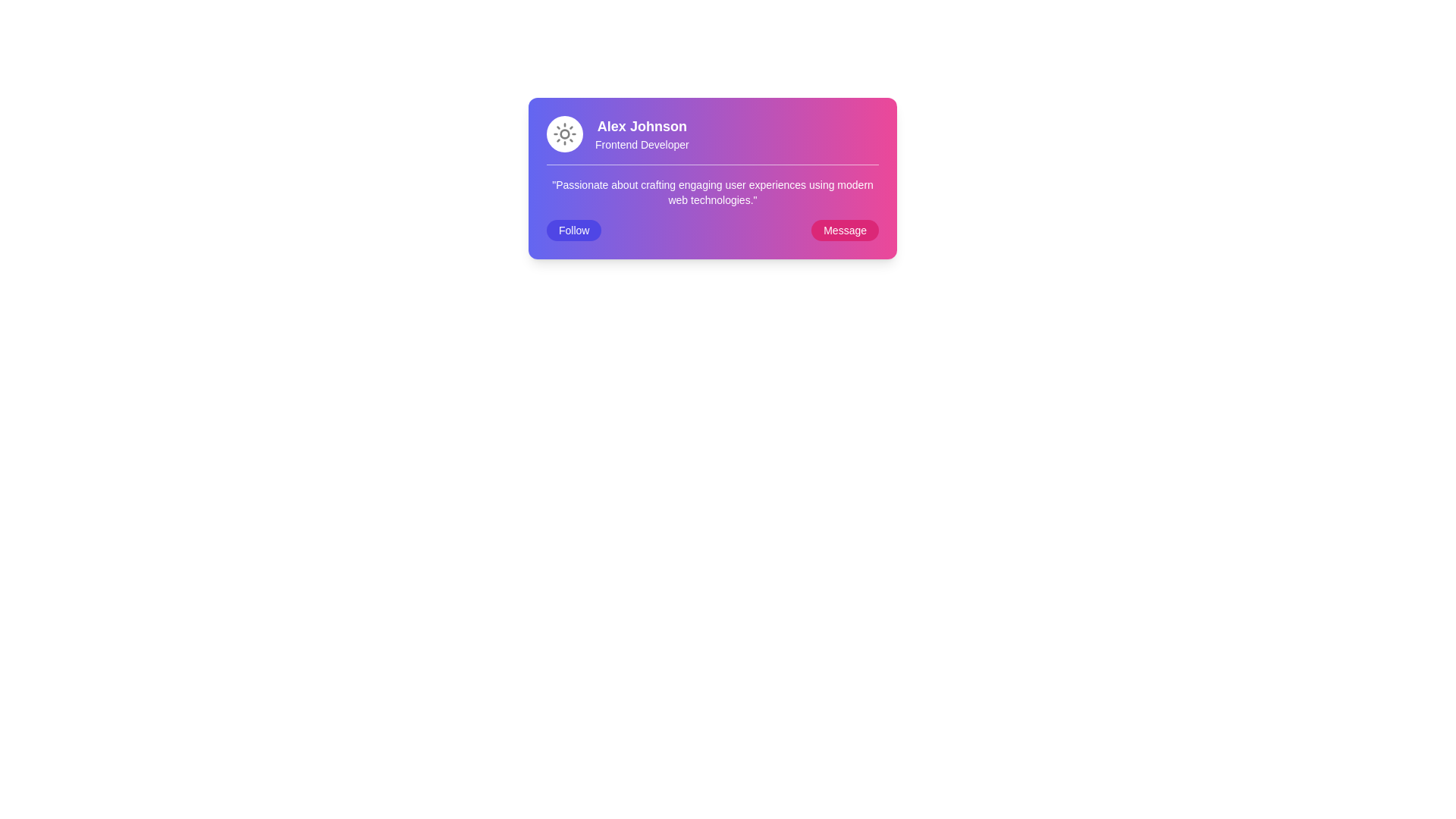  Describe the element at coordinates (573, 231) in the screenshot. I see `the 'Follow' button, which is a rounded rectangular button with a dark indigo background and white text, located in the bottom-left corner of the card component` at that location.